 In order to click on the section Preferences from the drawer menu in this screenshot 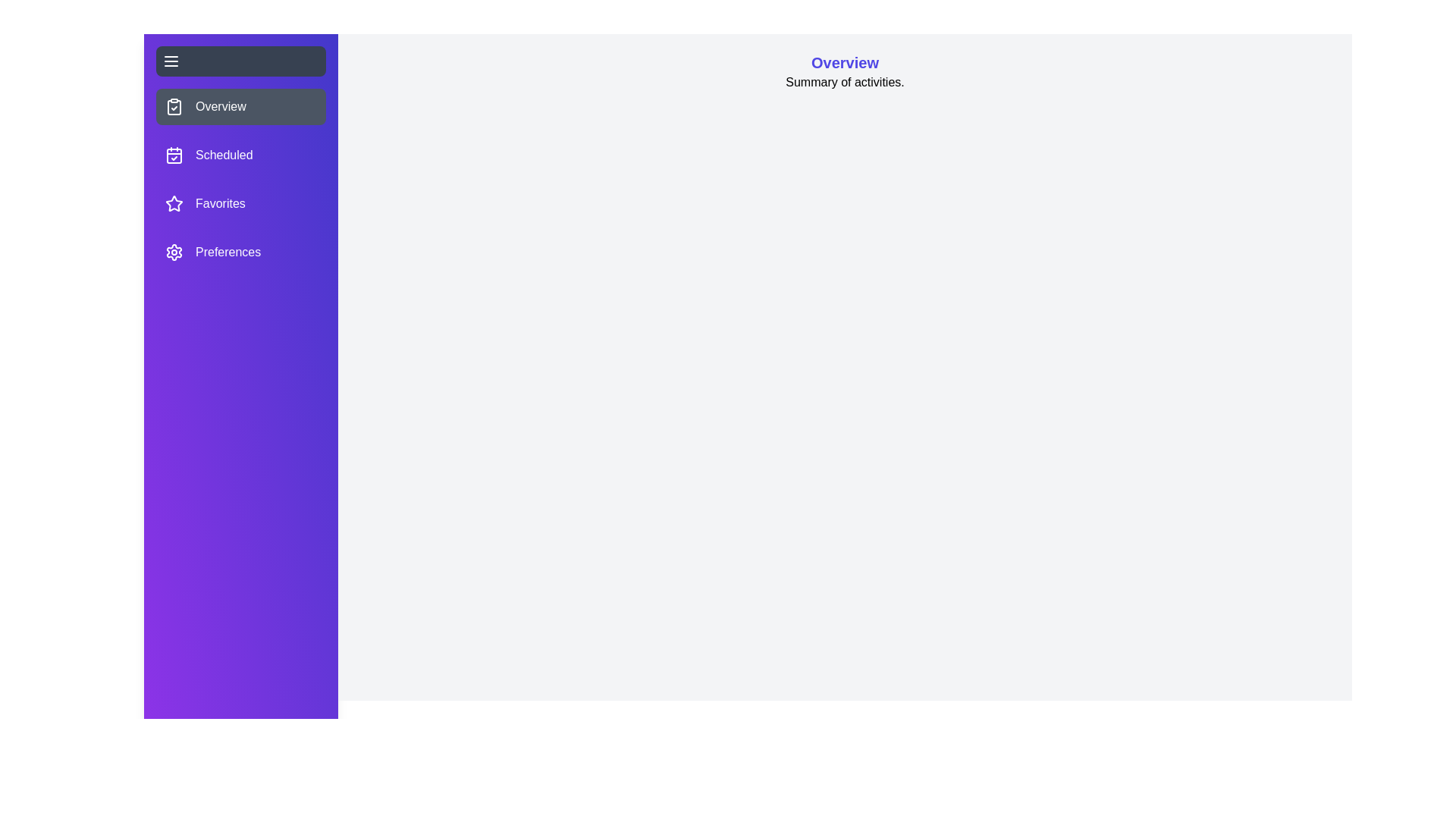, I will do `click(240, 251)`.